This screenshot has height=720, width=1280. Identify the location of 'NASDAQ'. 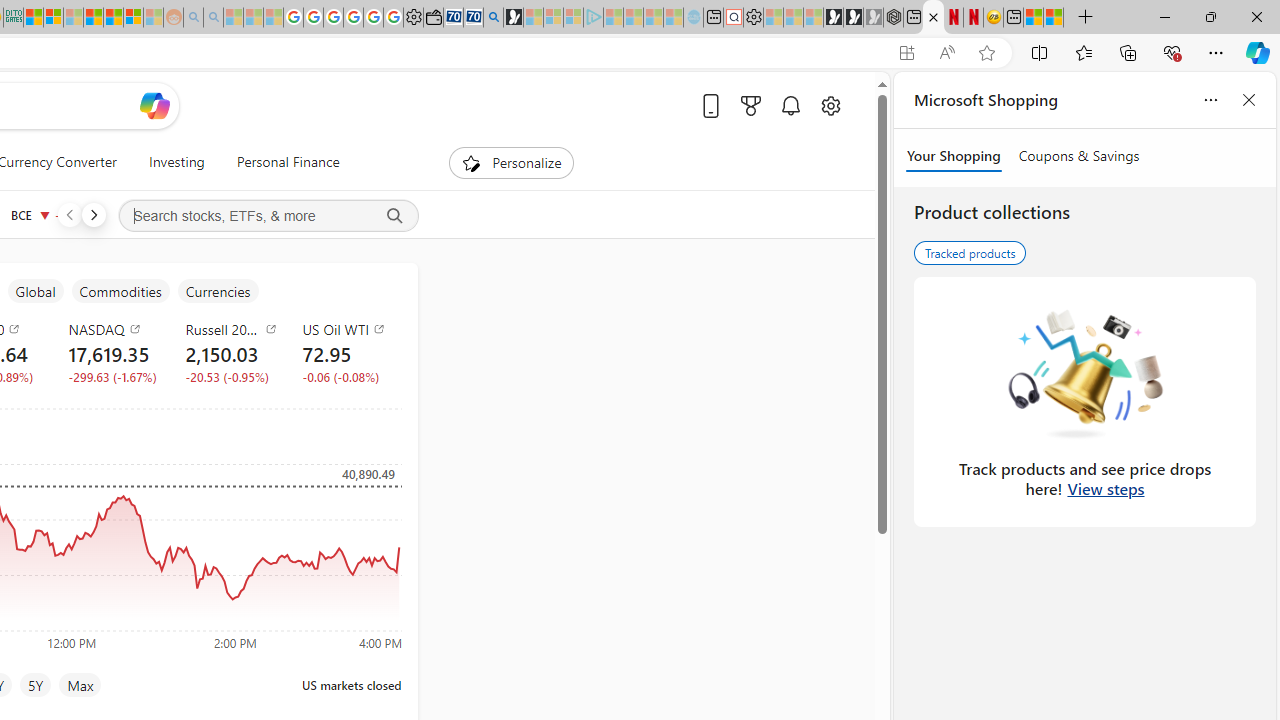
(114, 328).